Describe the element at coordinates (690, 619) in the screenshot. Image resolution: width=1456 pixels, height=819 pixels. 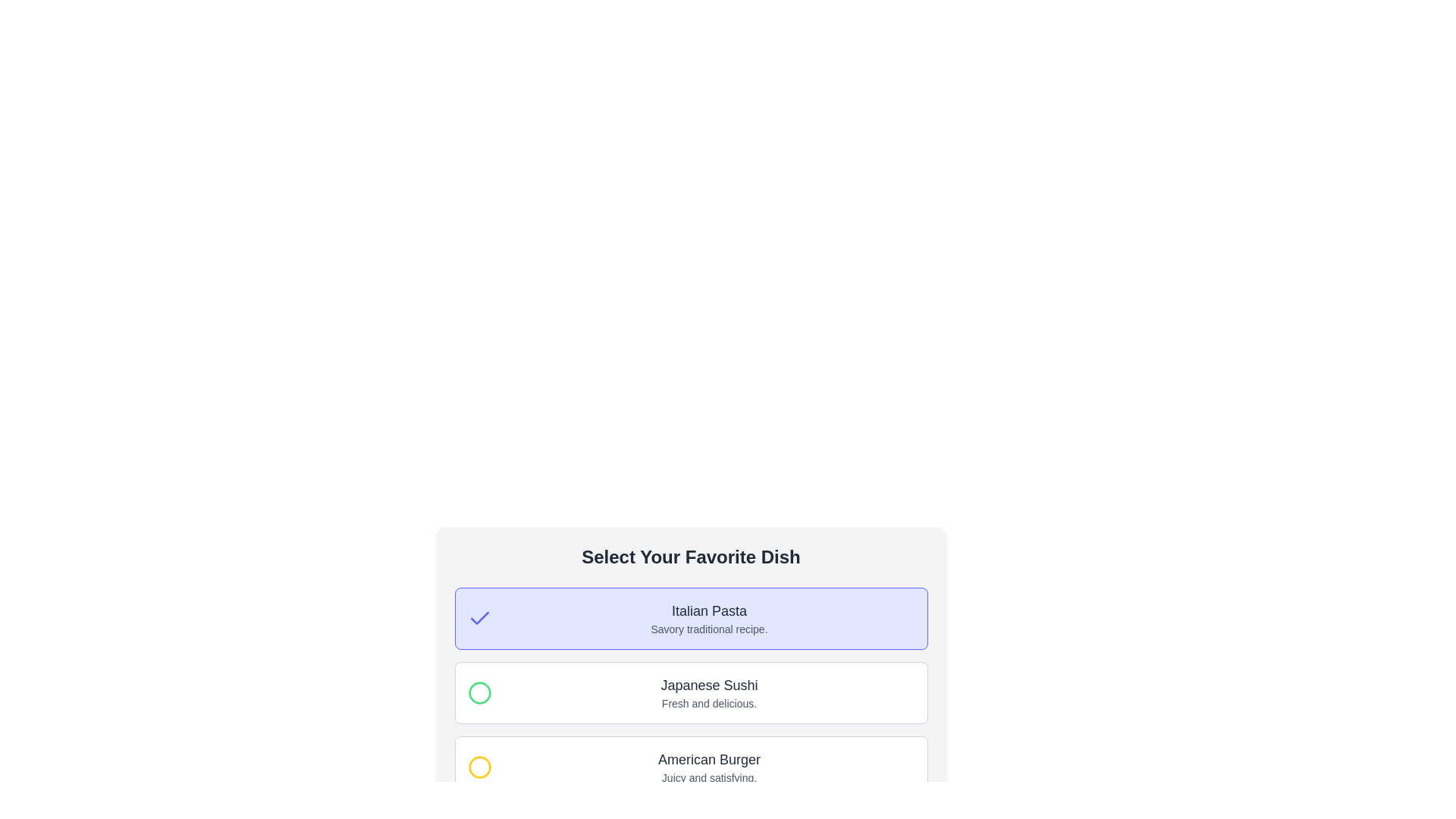
I see `the first selectable card in a vertical list` at that location.